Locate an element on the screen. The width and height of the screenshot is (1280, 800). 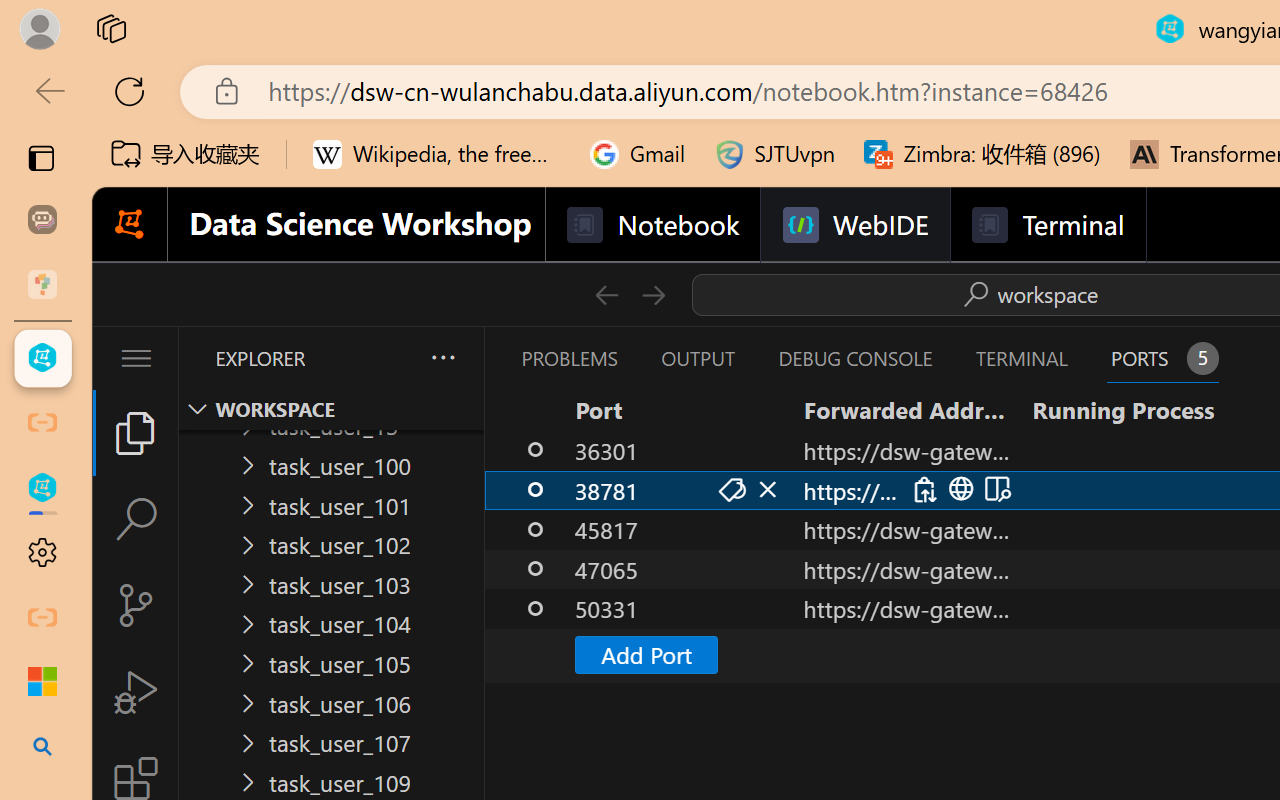
'Preview in Editor' is located at coordinates (995, 489).